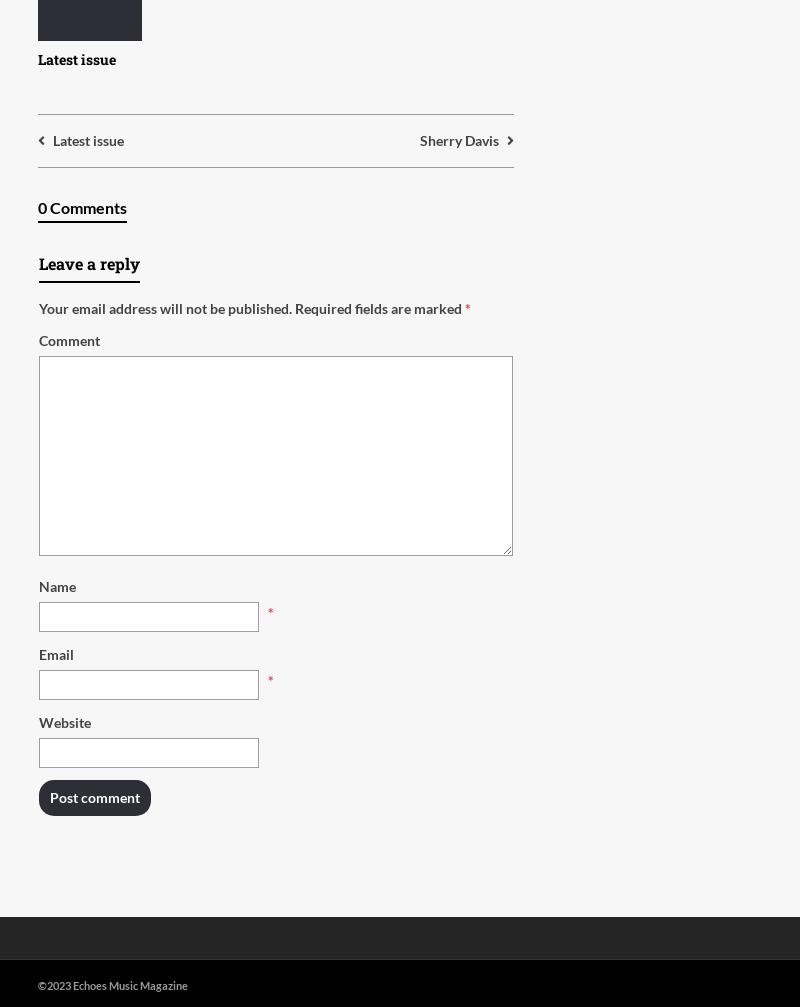 This screenshot has height=1007, width=800. I want to click on '0 Comments', so click(82, 207).